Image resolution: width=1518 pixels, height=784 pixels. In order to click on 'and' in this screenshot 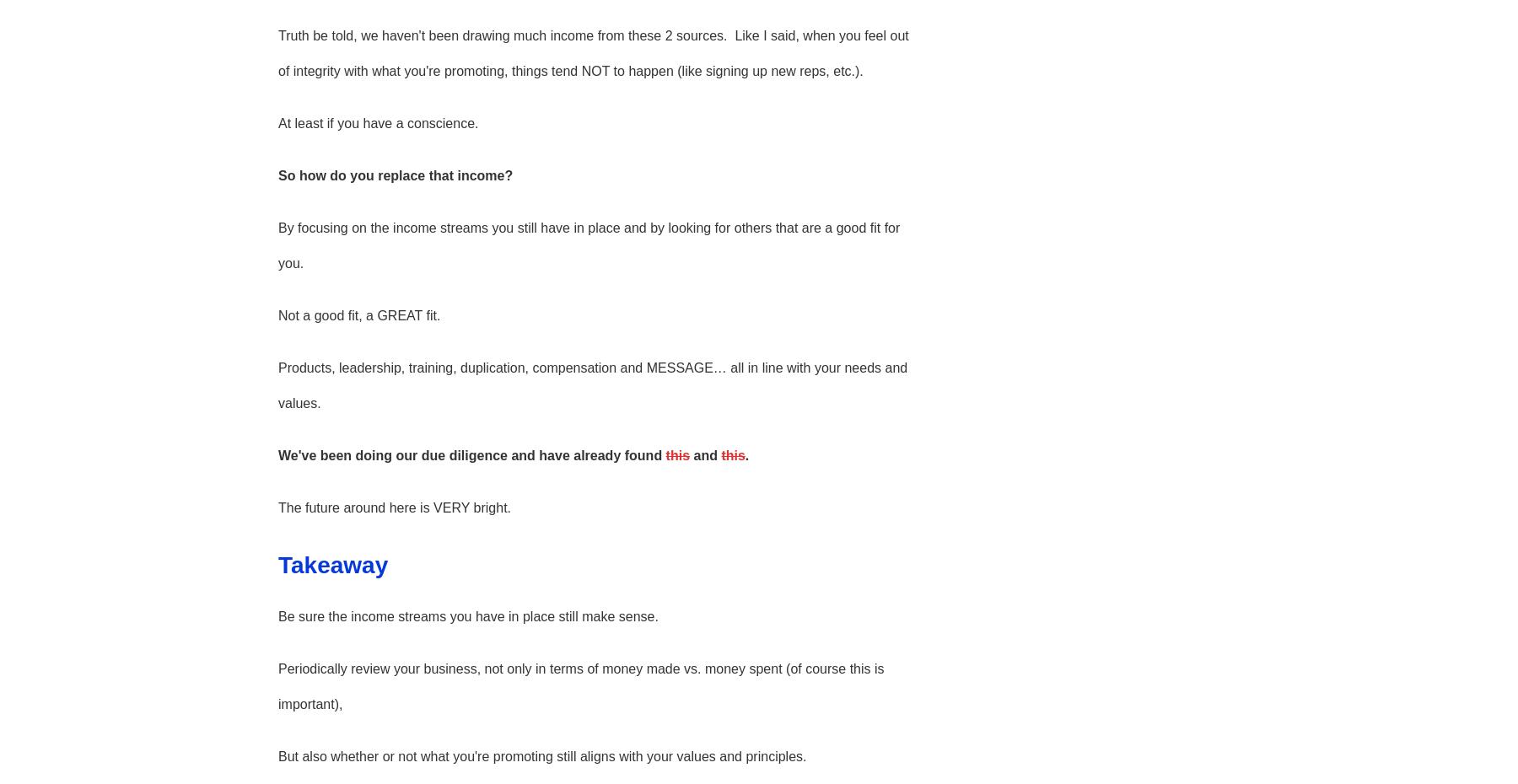, I will do `click(705, 454)`.